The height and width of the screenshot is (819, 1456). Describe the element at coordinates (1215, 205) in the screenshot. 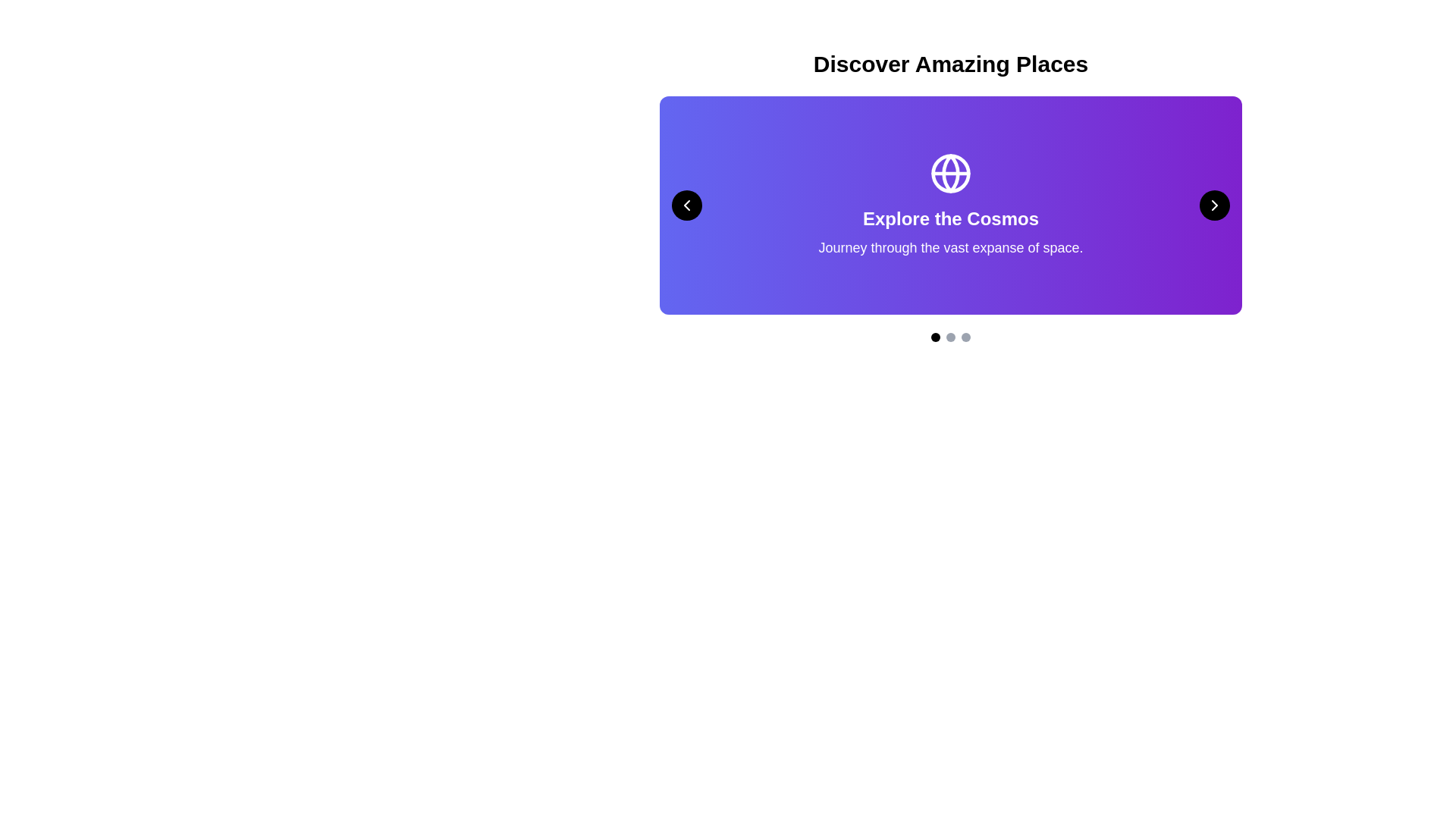

I see `the small chevron-like shape icon on the right side of the carousel component, which is part of the right navigation button indicating movement to the next item or page` at that location.